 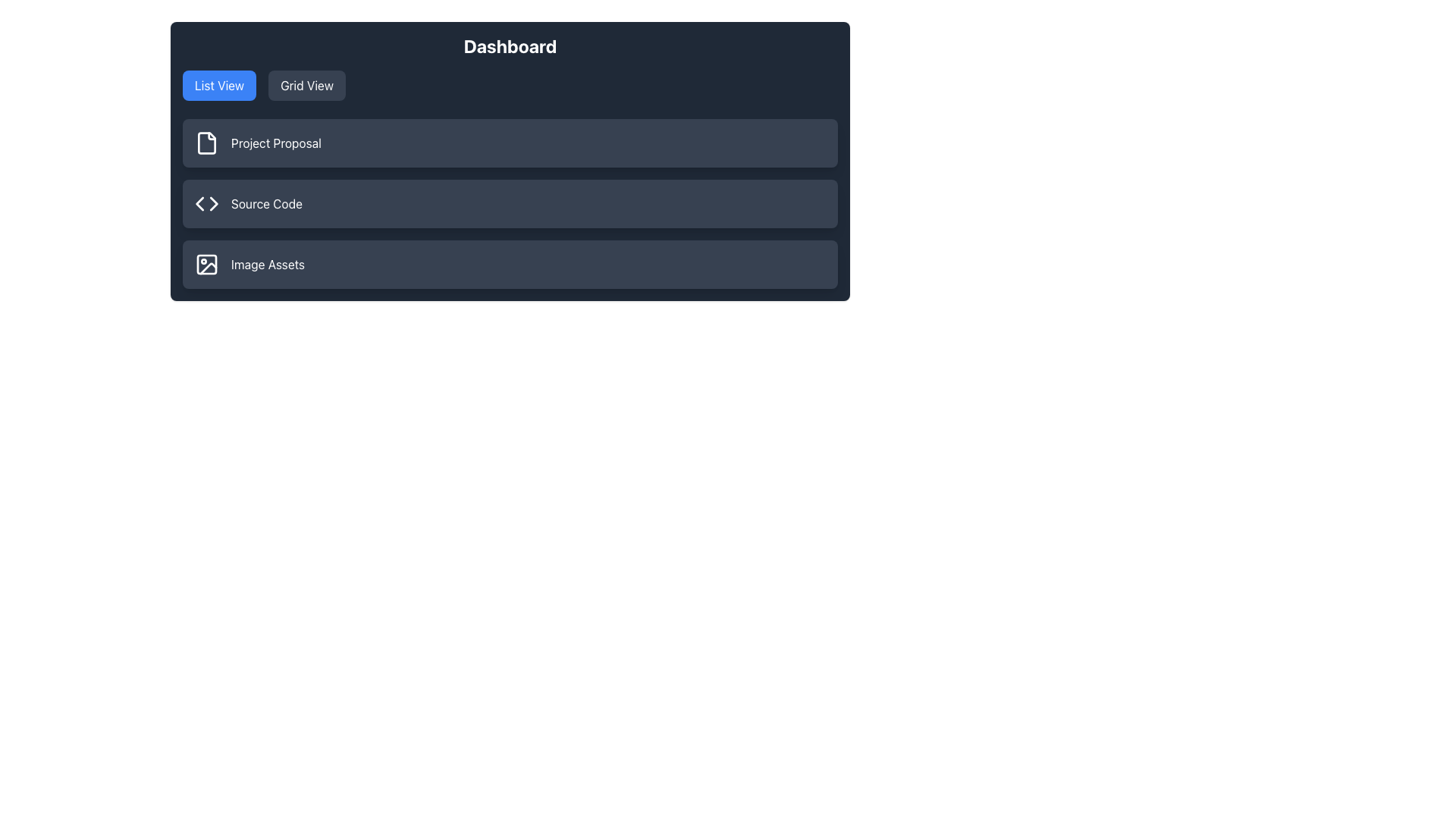 What do you see at coordinates (206, 203) in the screenshot?
I see `the design of the icon depicting a pair of angled brackets located to the left of the 'Source Code' label in the vertical list` at bounding box center [206, 203].